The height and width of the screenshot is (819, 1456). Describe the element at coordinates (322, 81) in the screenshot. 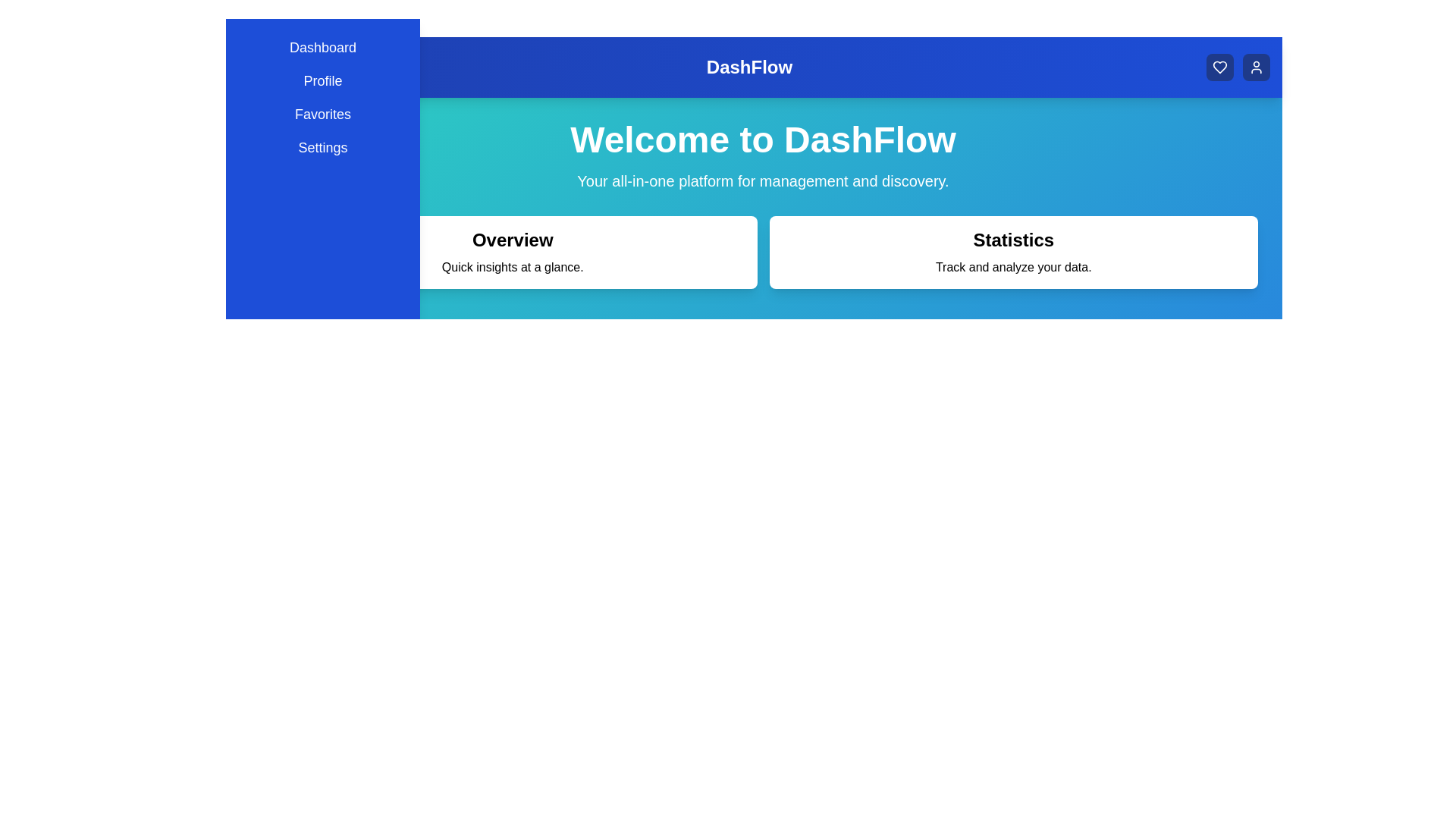

I see `the menu item Profile to navigate to its respective section` at that location.